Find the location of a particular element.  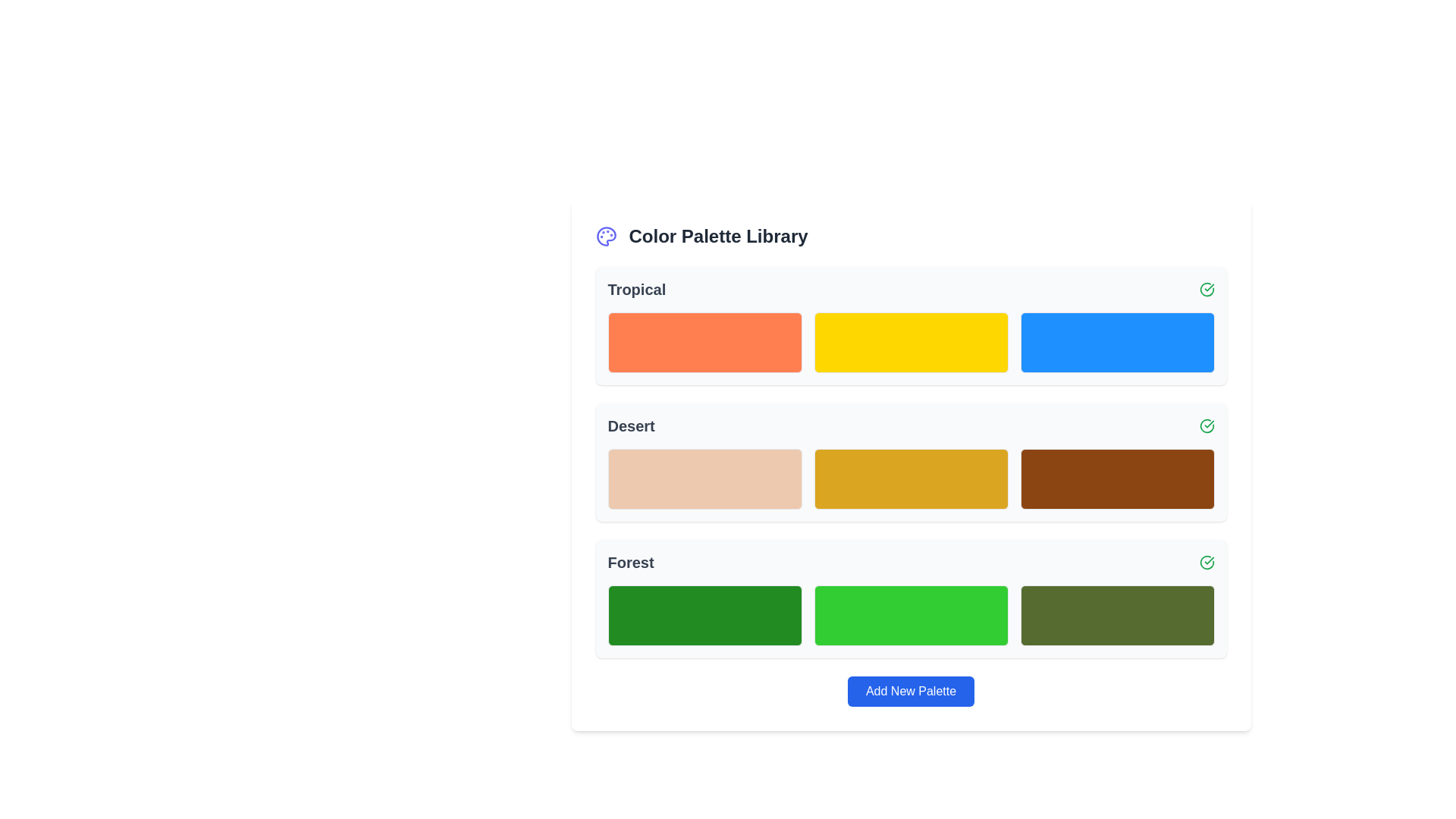

the green circular checkmark icon indicating a successful state in the top-right corner of the 'Tropical' section is located at coordinates (1206, 289).